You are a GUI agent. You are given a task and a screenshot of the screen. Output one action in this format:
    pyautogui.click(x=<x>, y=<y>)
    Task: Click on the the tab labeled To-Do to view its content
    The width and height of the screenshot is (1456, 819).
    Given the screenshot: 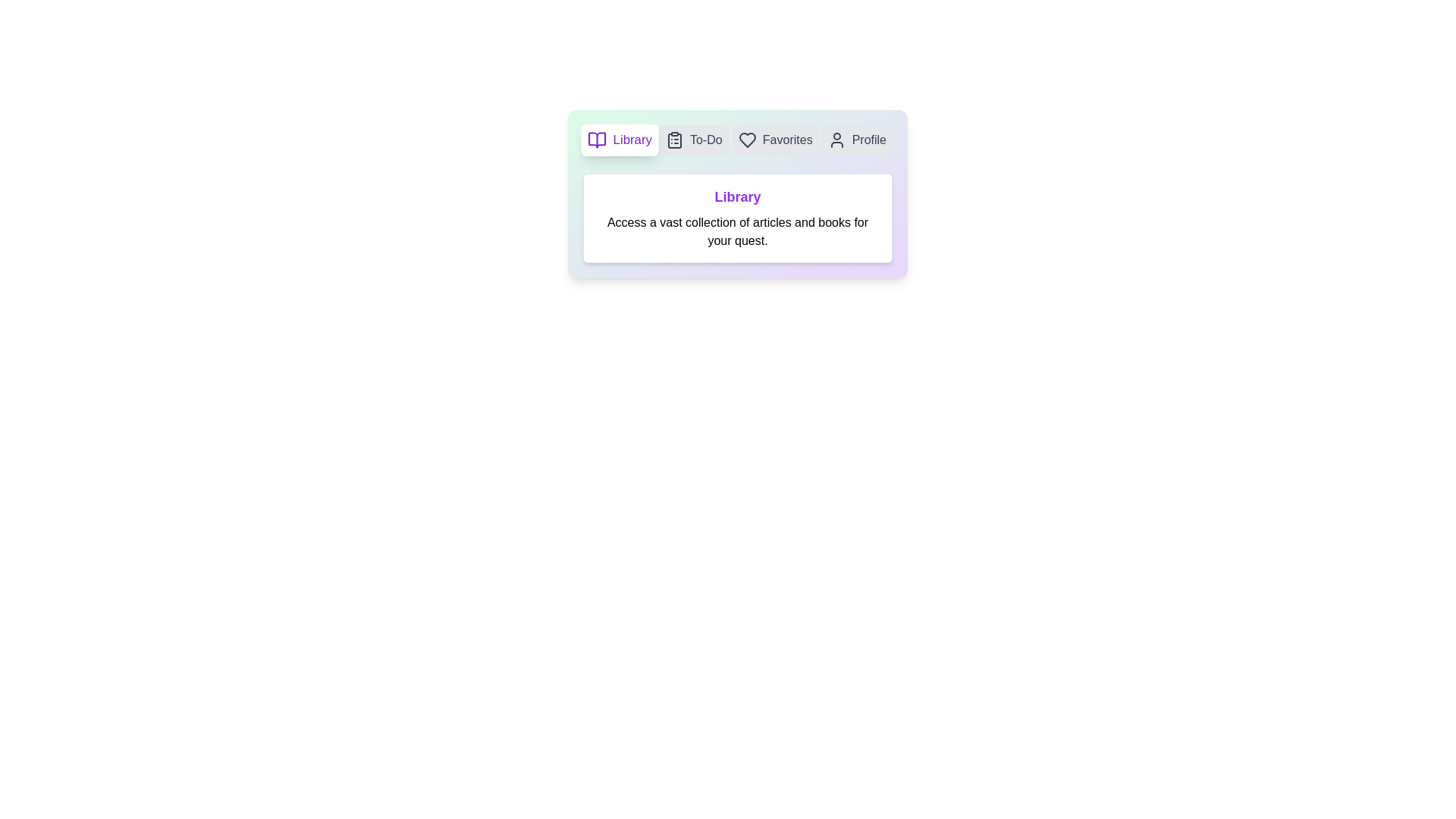 What is the action you would take?
    pyautogui.click(x=693, y=140)
    